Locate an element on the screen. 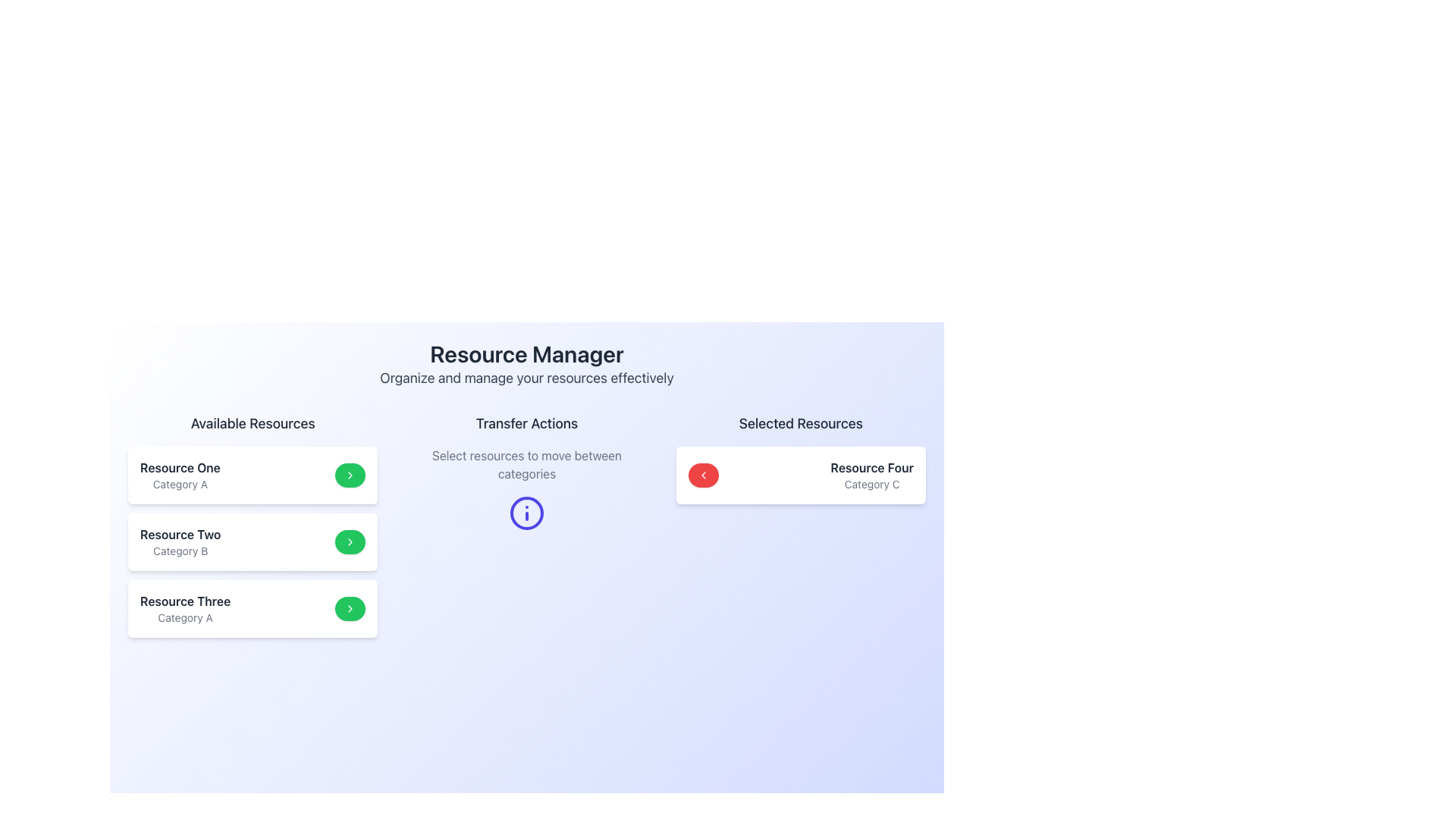 Image resolution: width=1456 pixels, height=819 pixels. the second resource entry in the 'Available Resources' list is located at coordinates (253, 541).